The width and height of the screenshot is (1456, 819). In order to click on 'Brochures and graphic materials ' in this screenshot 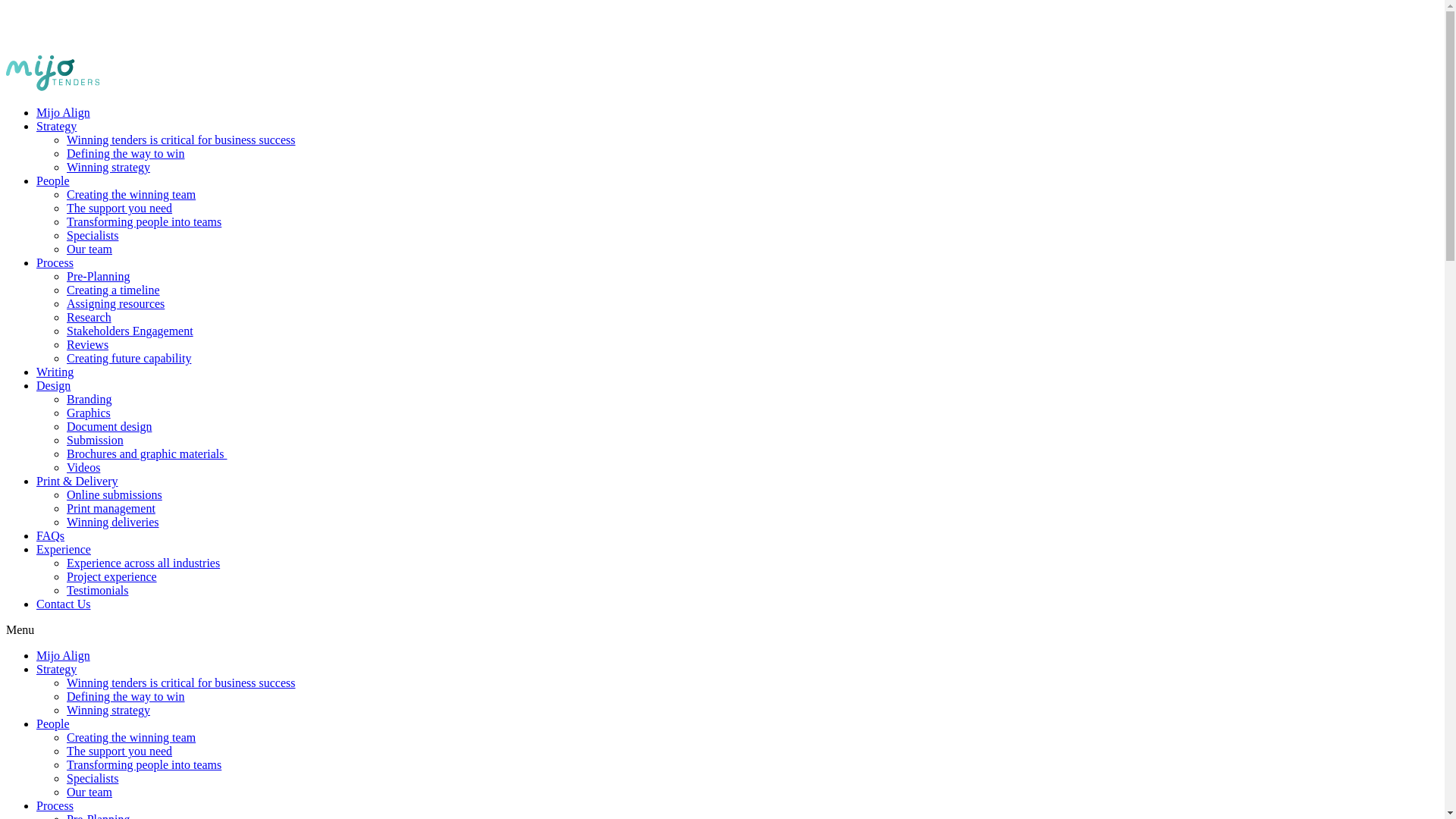, I will do `click(146, 453)`.